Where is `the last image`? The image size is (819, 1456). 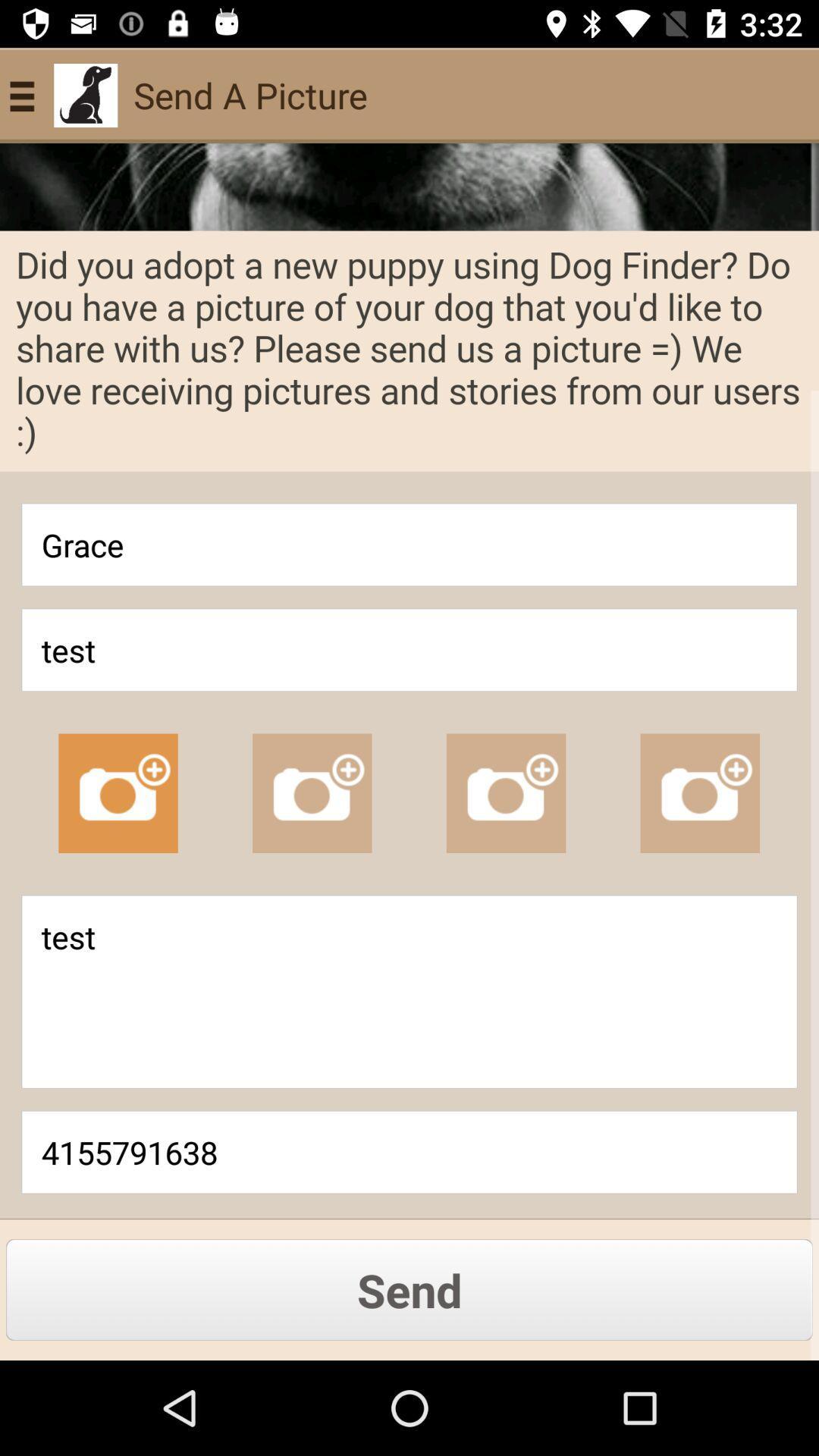
the last image is located at coordinates (700, 792).